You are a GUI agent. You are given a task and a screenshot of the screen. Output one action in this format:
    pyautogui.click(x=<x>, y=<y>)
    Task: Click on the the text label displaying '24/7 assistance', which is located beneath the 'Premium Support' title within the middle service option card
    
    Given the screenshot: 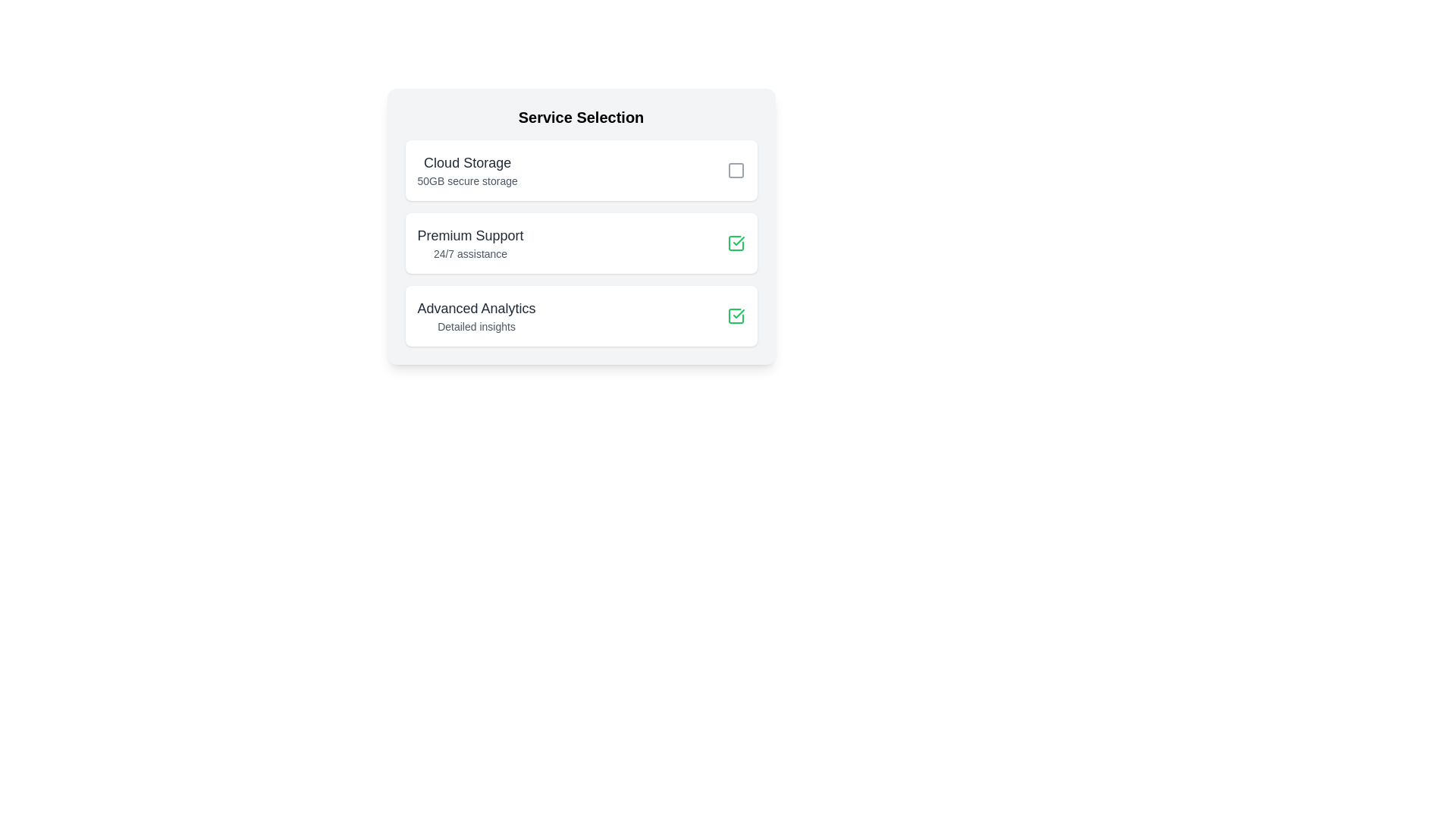 What is the action you would take?
    pyautogui.click(x=469, y=253)
    